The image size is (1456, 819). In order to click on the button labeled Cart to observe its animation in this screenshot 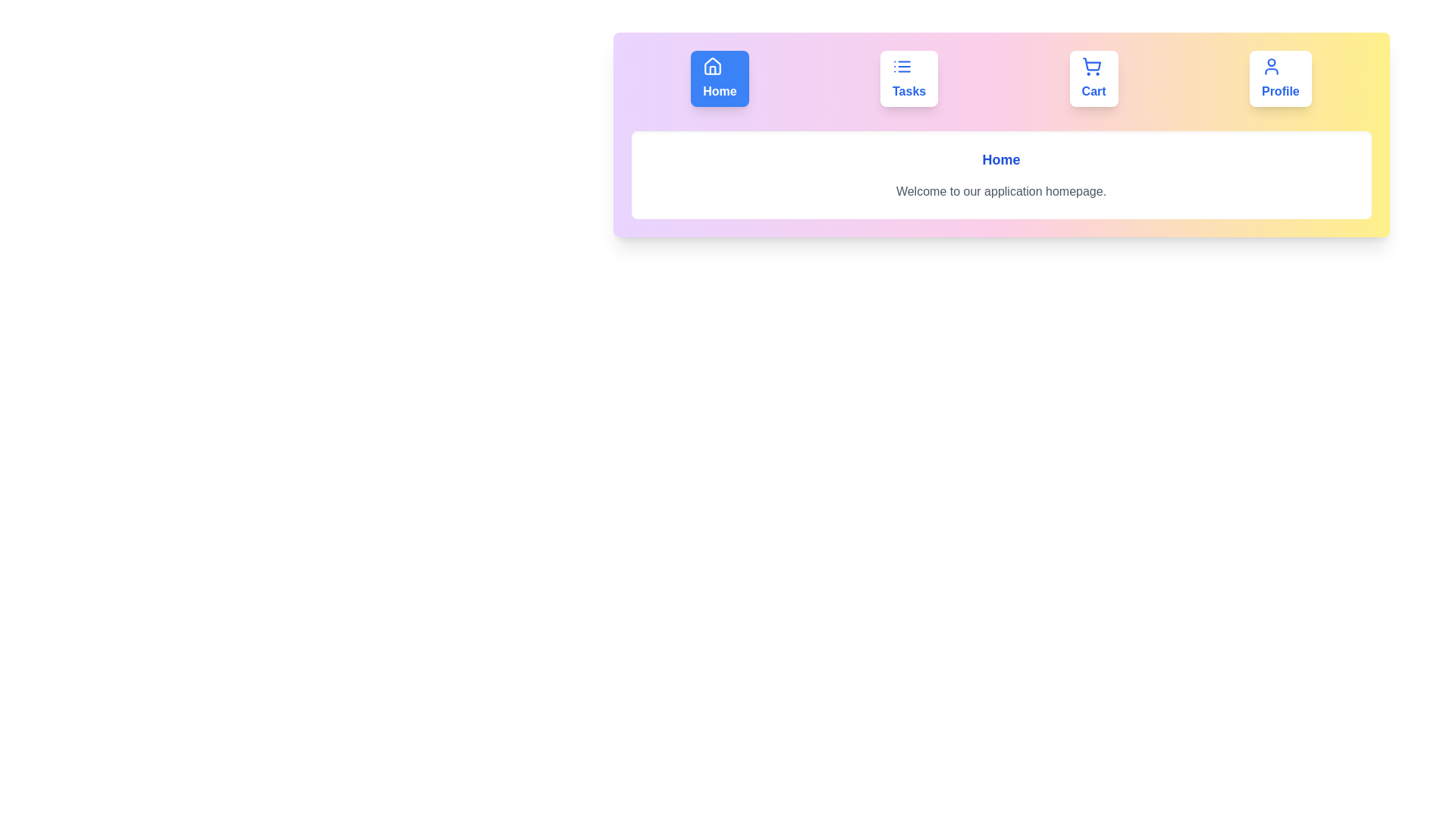, I will do `click(1093, 79)`.